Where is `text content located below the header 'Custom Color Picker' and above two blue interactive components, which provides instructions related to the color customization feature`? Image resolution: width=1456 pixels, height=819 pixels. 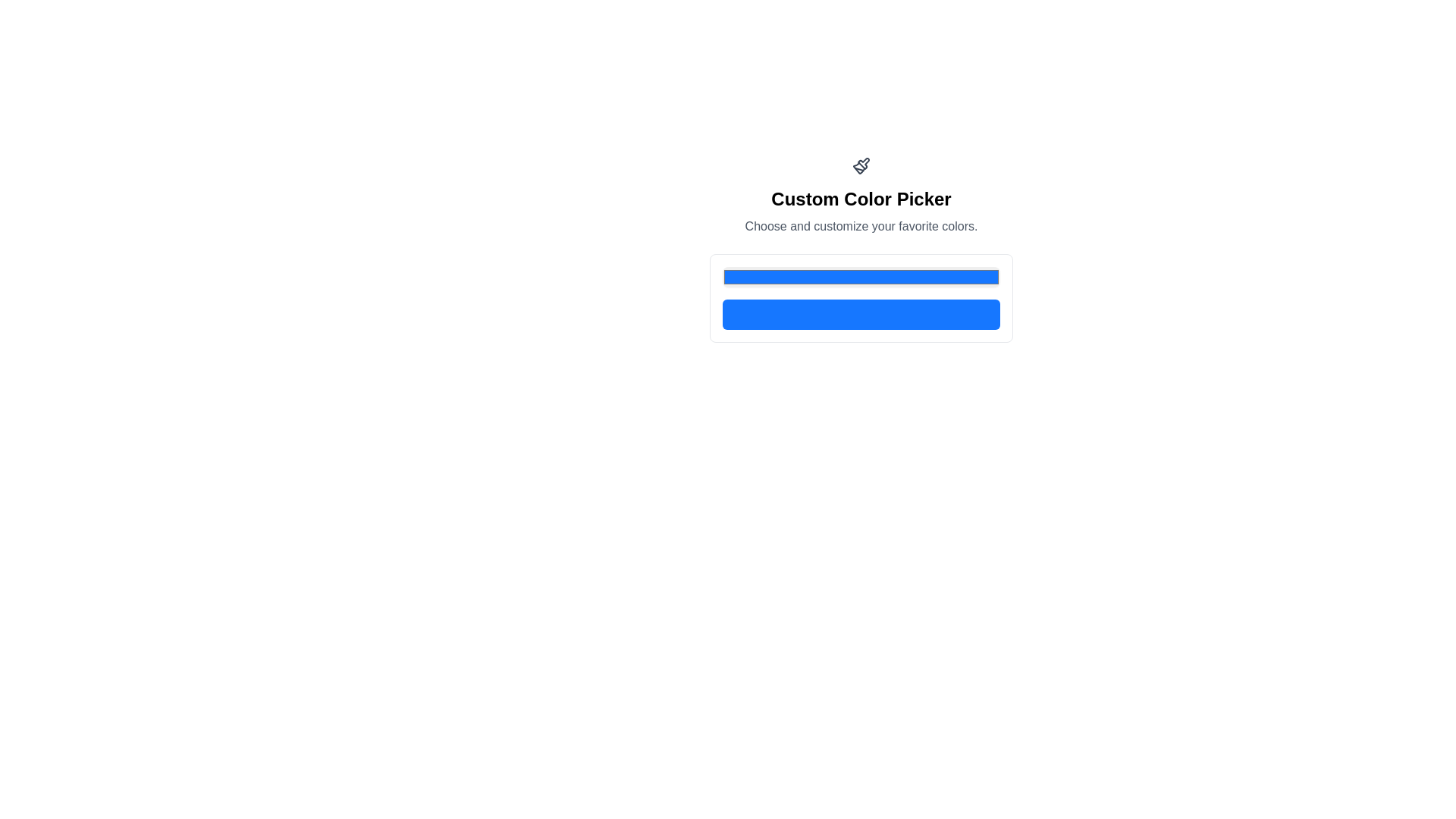
text content located below the header 'Custom Color Picker' and above two blue interactive components, which provides instructions related to the color customization feature is located at coordinates (861, 227).